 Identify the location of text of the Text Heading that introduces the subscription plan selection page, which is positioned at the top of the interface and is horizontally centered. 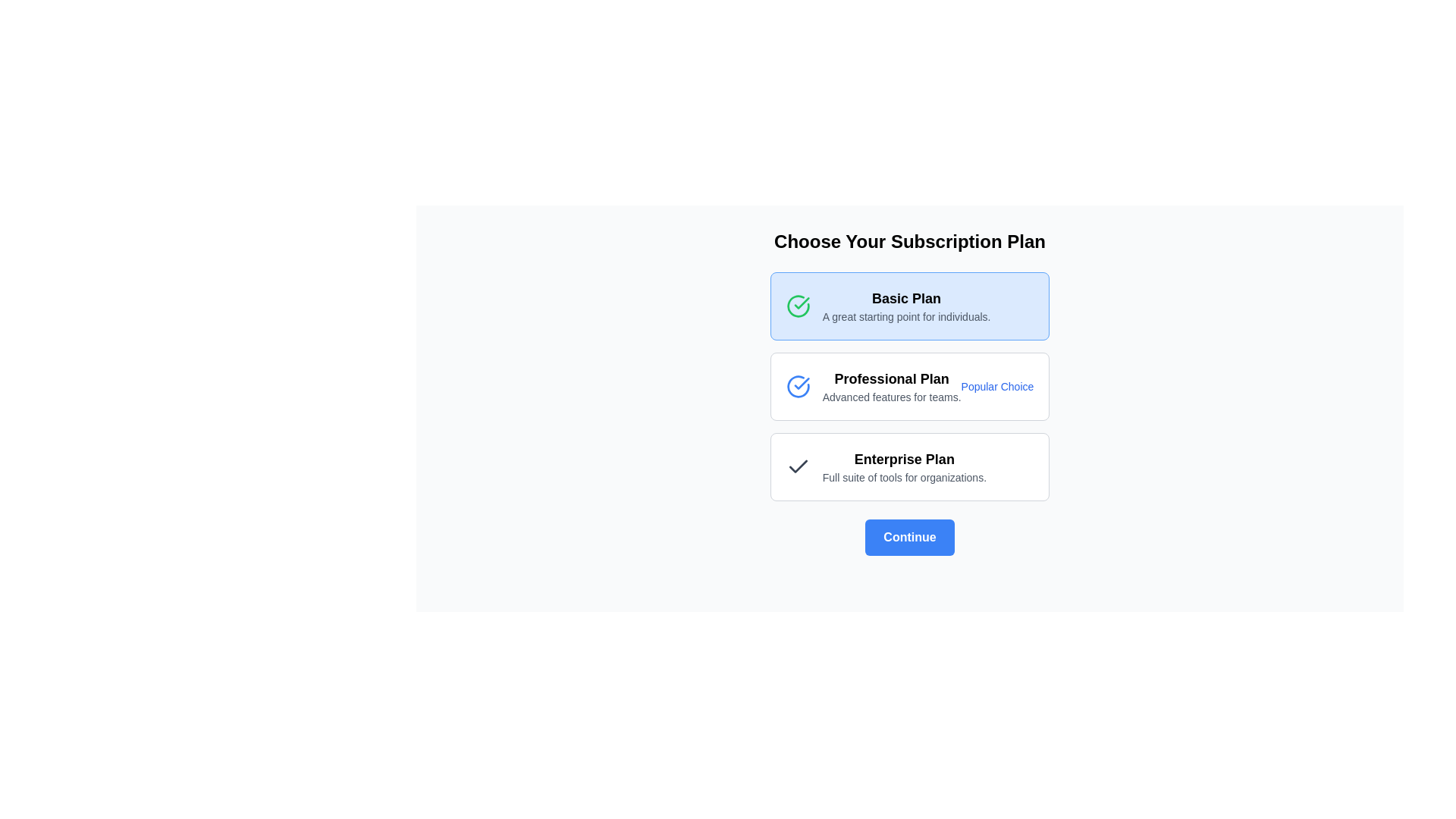
(910, 241).